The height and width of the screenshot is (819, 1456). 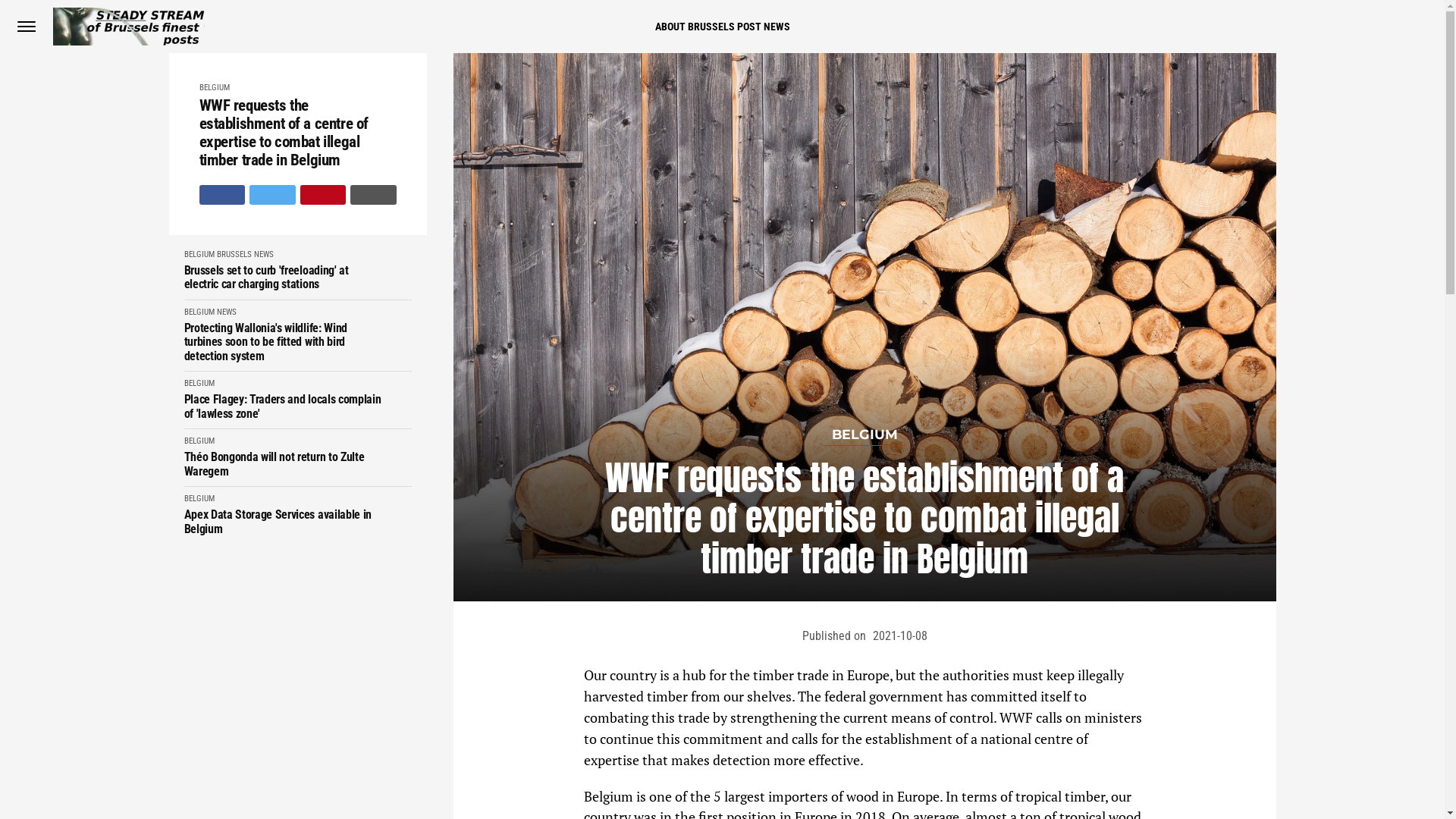 I want to click on 'BELGIUM', so click(x=213, y=87).